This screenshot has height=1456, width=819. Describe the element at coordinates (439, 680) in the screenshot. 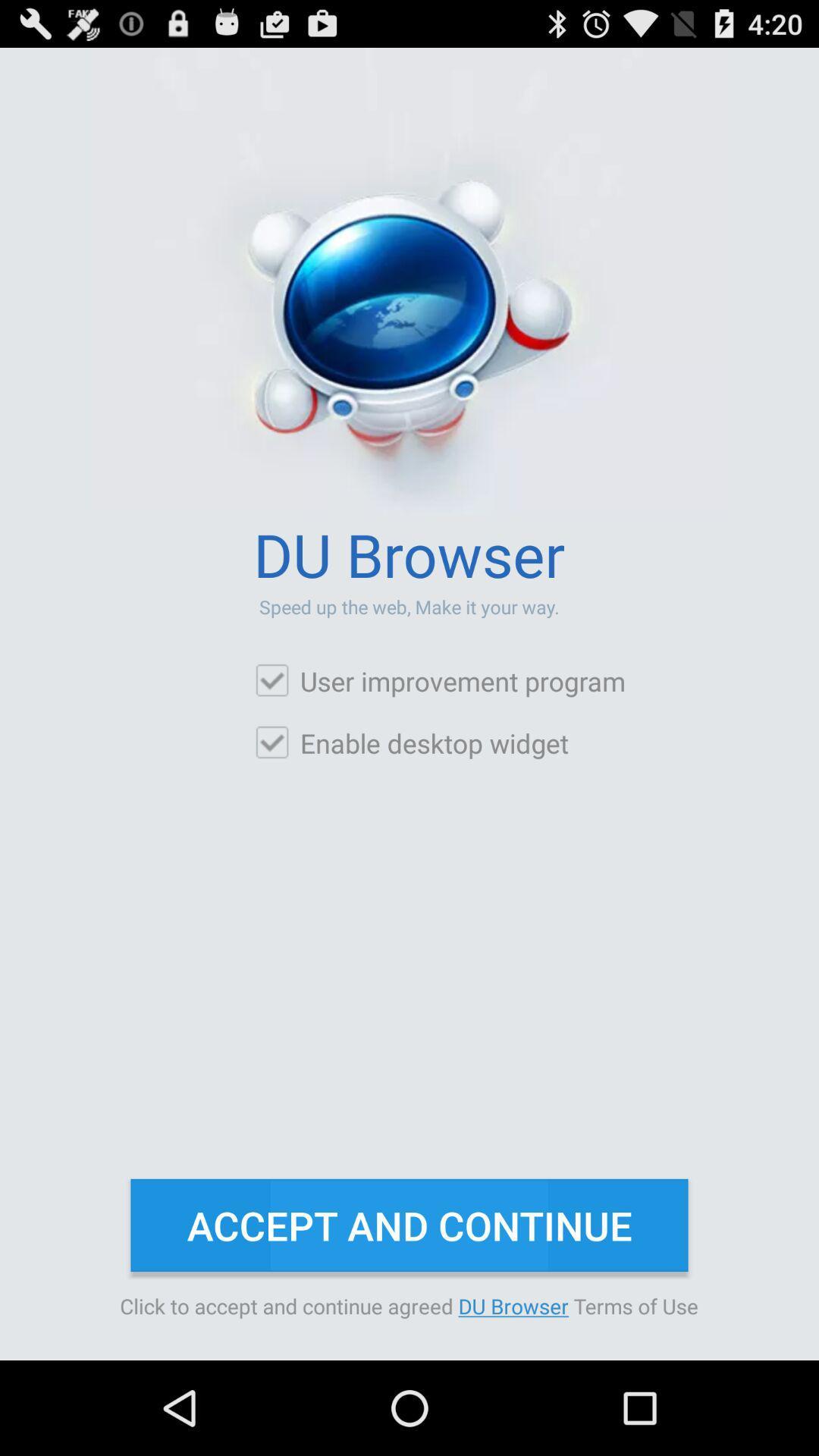

I see `the user improvement program checkbox` at that location.